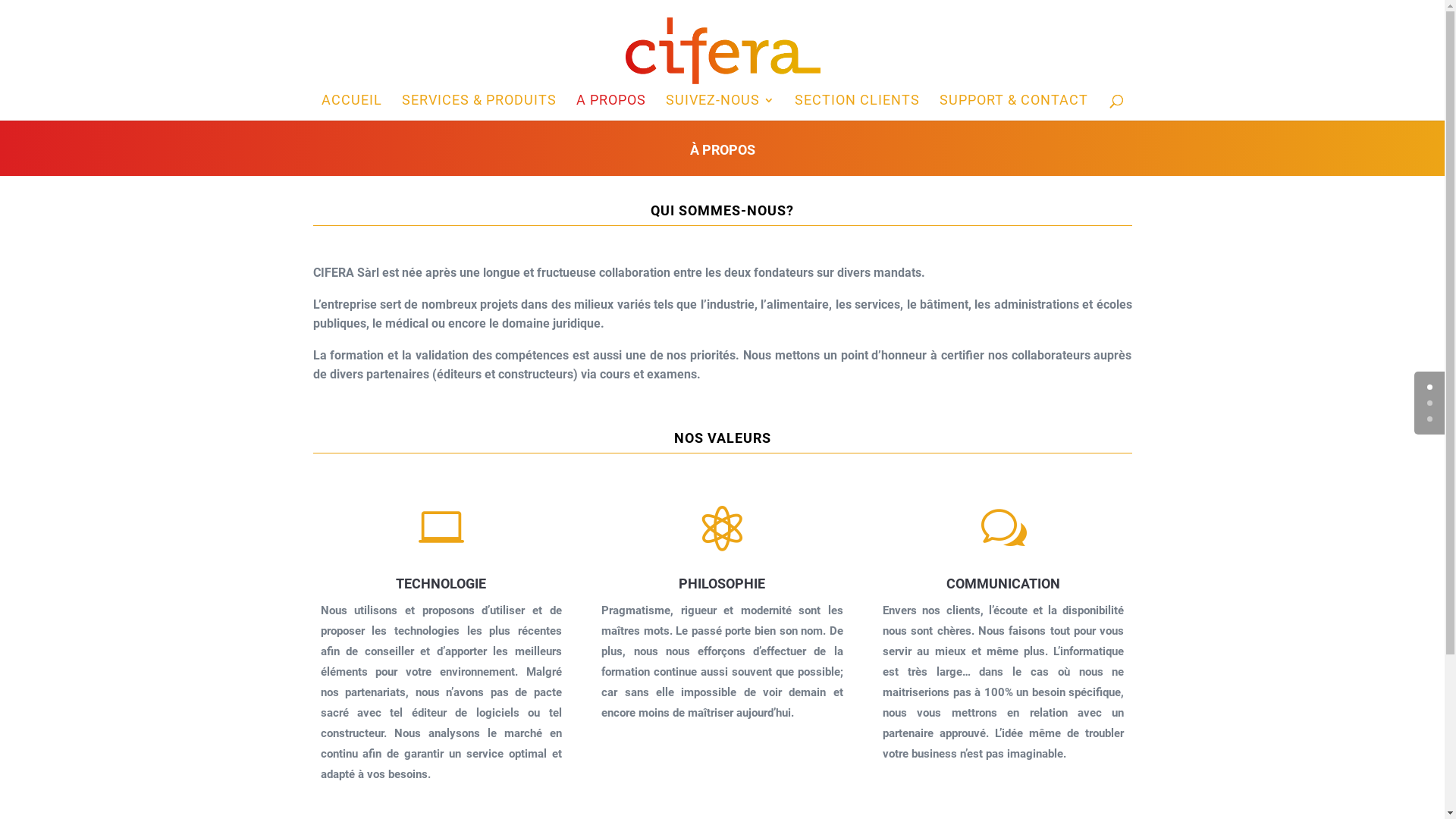 Image resolution: width=1456 pixels, height=819 pixels. What do you see at coordinates (479, 107) in the screenshot?
I see `'SERVICES & PRODUITS'` at bounding box center [479, 107].